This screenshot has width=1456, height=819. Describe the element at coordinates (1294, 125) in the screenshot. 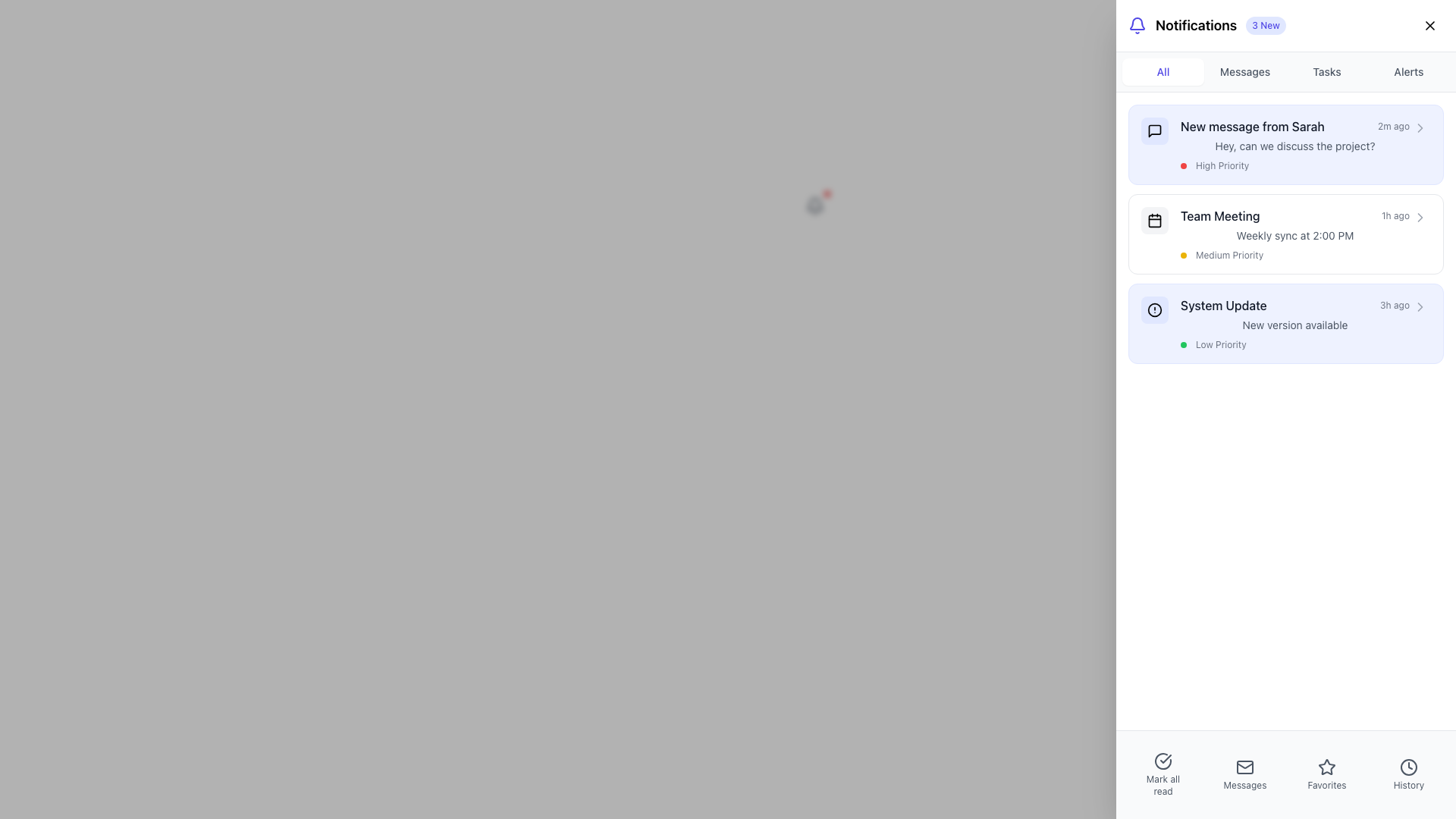

I see `the notification text display that reads 'New message from Sarah' with a timestamp '2m ago' on the right, located in the notifications panel` at that location.